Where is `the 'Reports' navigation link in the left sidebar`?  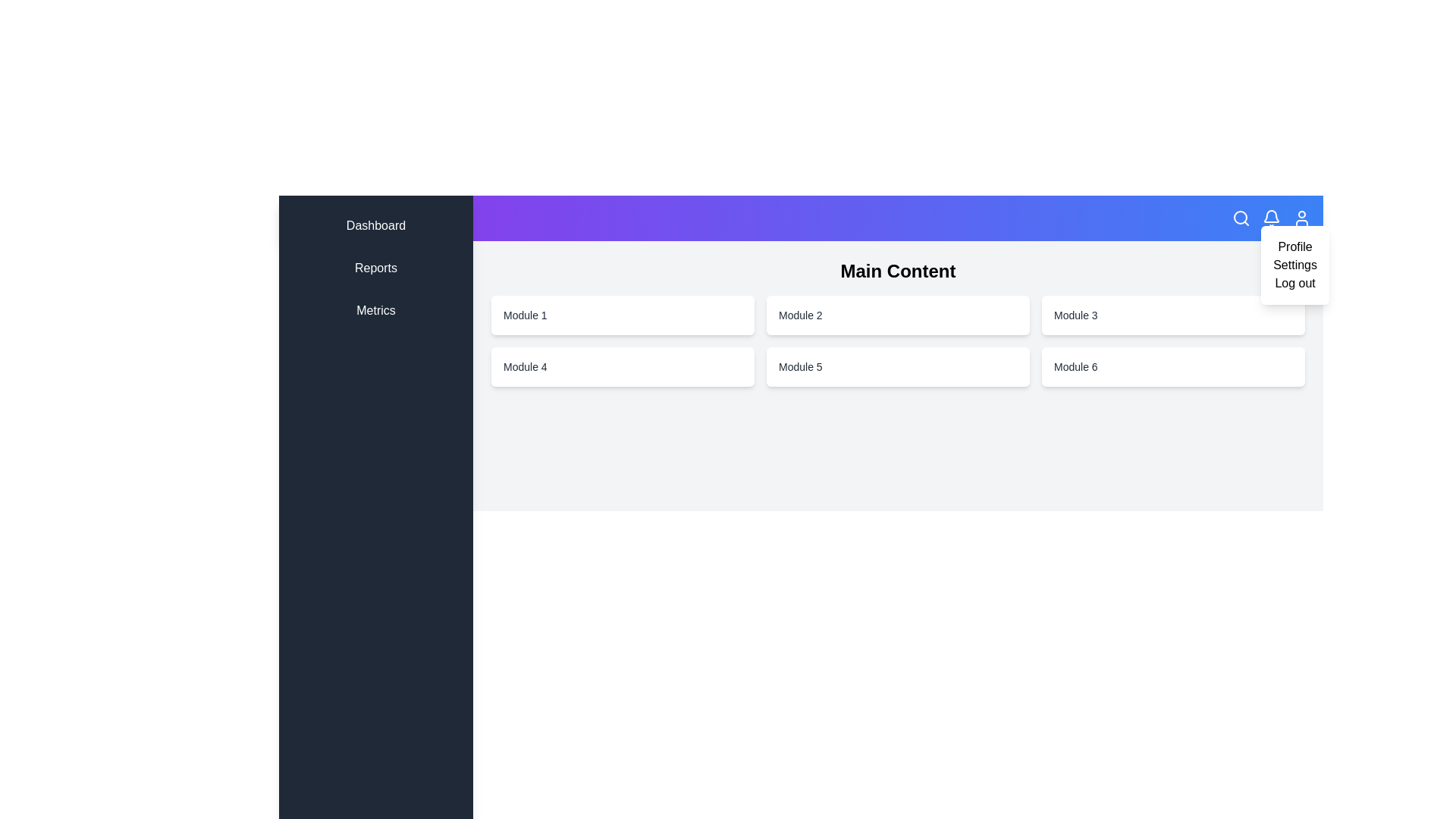
the 'Reports' navigation link in the left sidebar is located at coordinates (375, 268).